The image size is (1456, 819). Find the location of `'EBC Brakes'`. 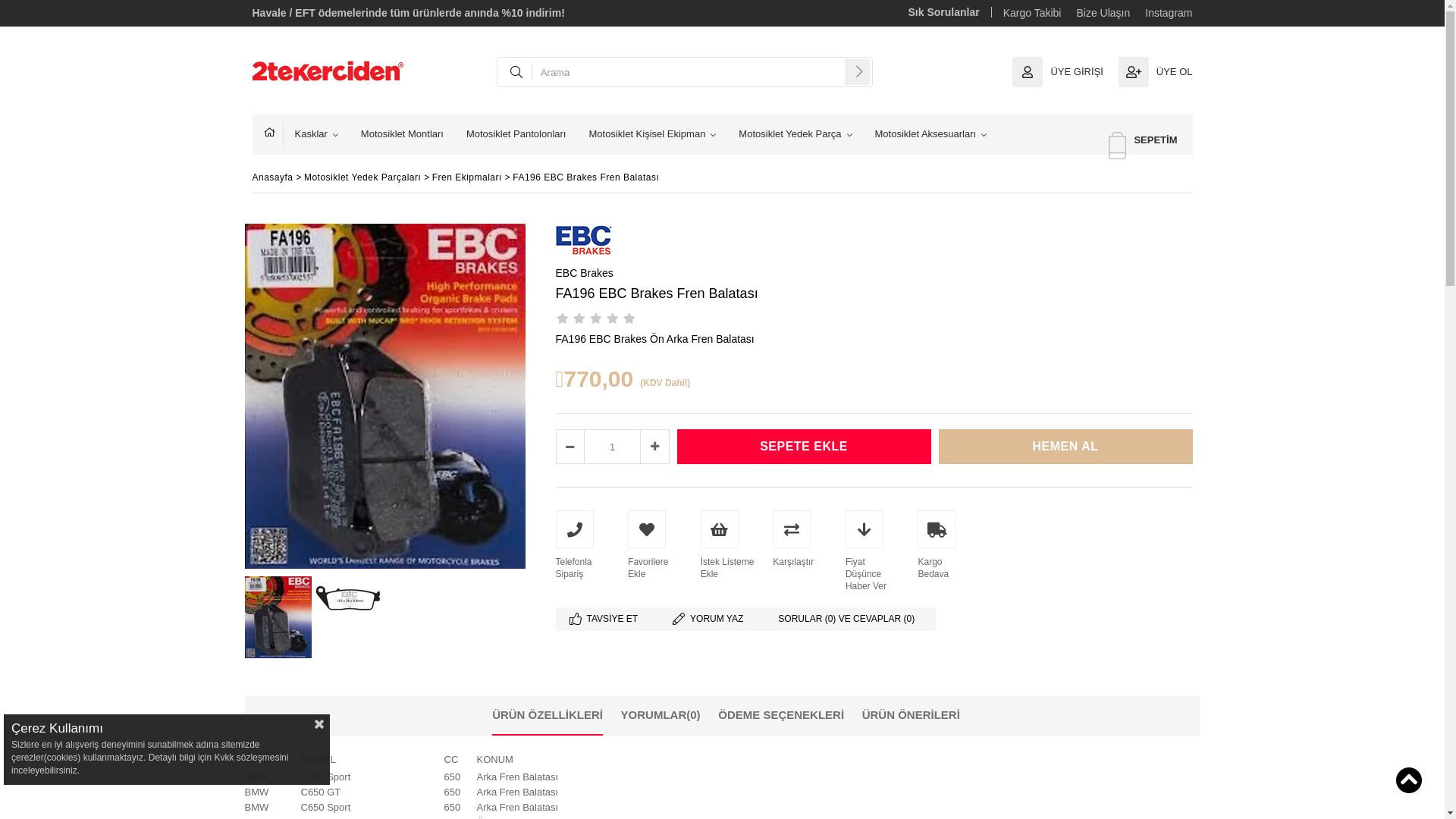

'EBC Brakes' is located at coordinates (582, 271).